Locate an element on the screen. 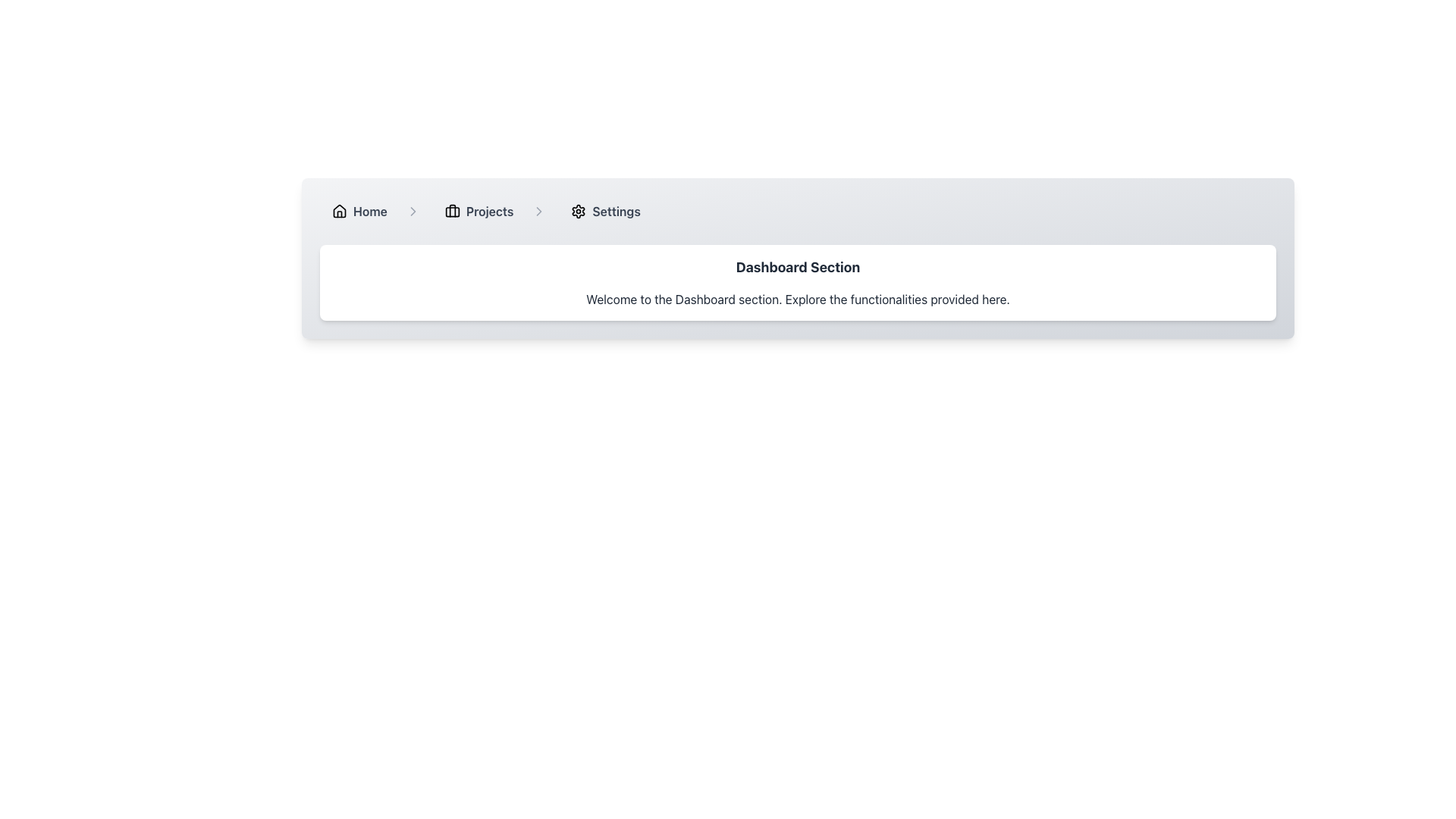  the 'Projects' button, which is the second item in the navigation bar is located at coordinates (479, 211).